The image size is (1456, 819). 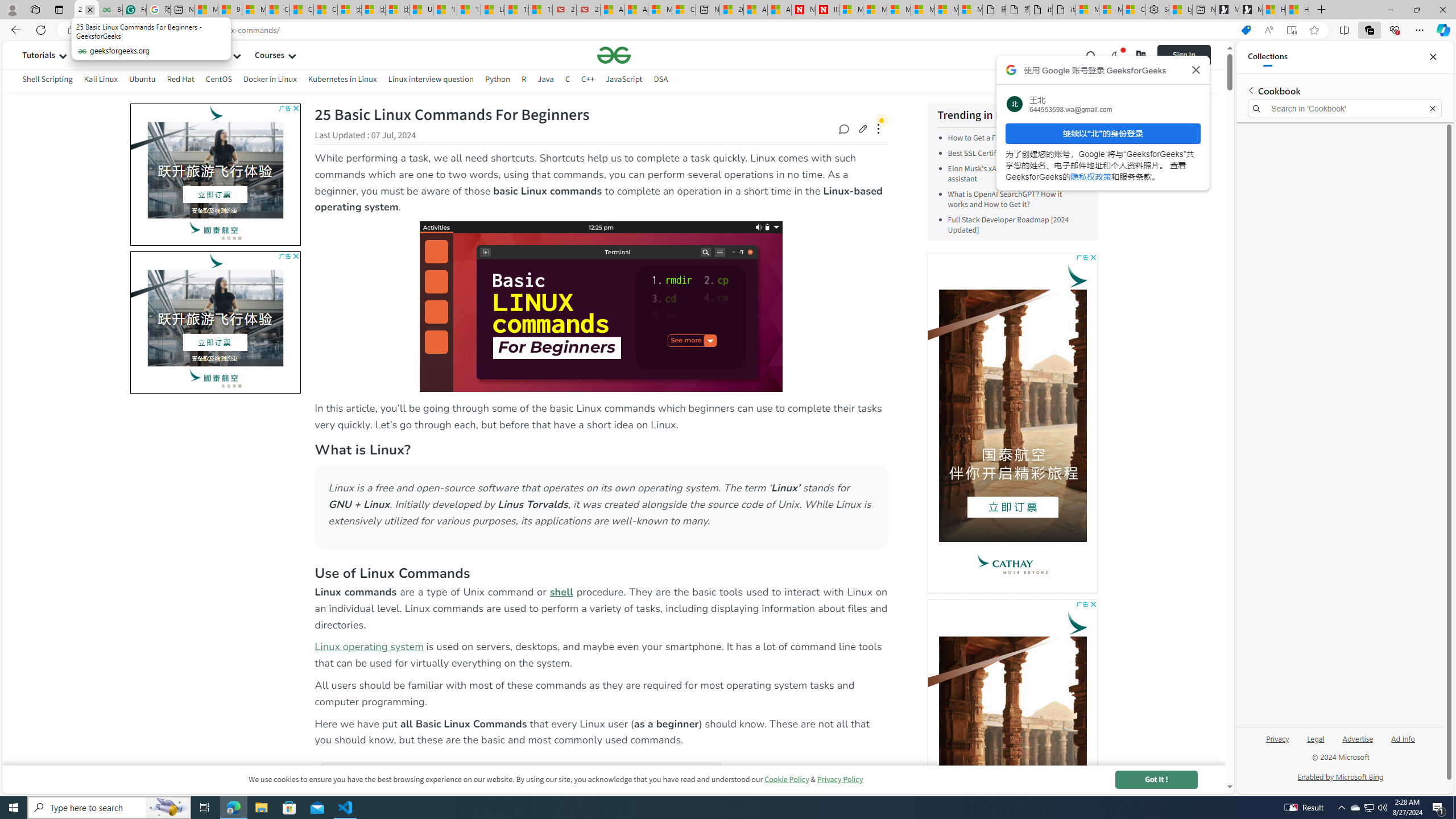 What do you see at coordinates (180, 78) in the screenshot?
I see `'Red Hat'` at bounding box center [180, 78].